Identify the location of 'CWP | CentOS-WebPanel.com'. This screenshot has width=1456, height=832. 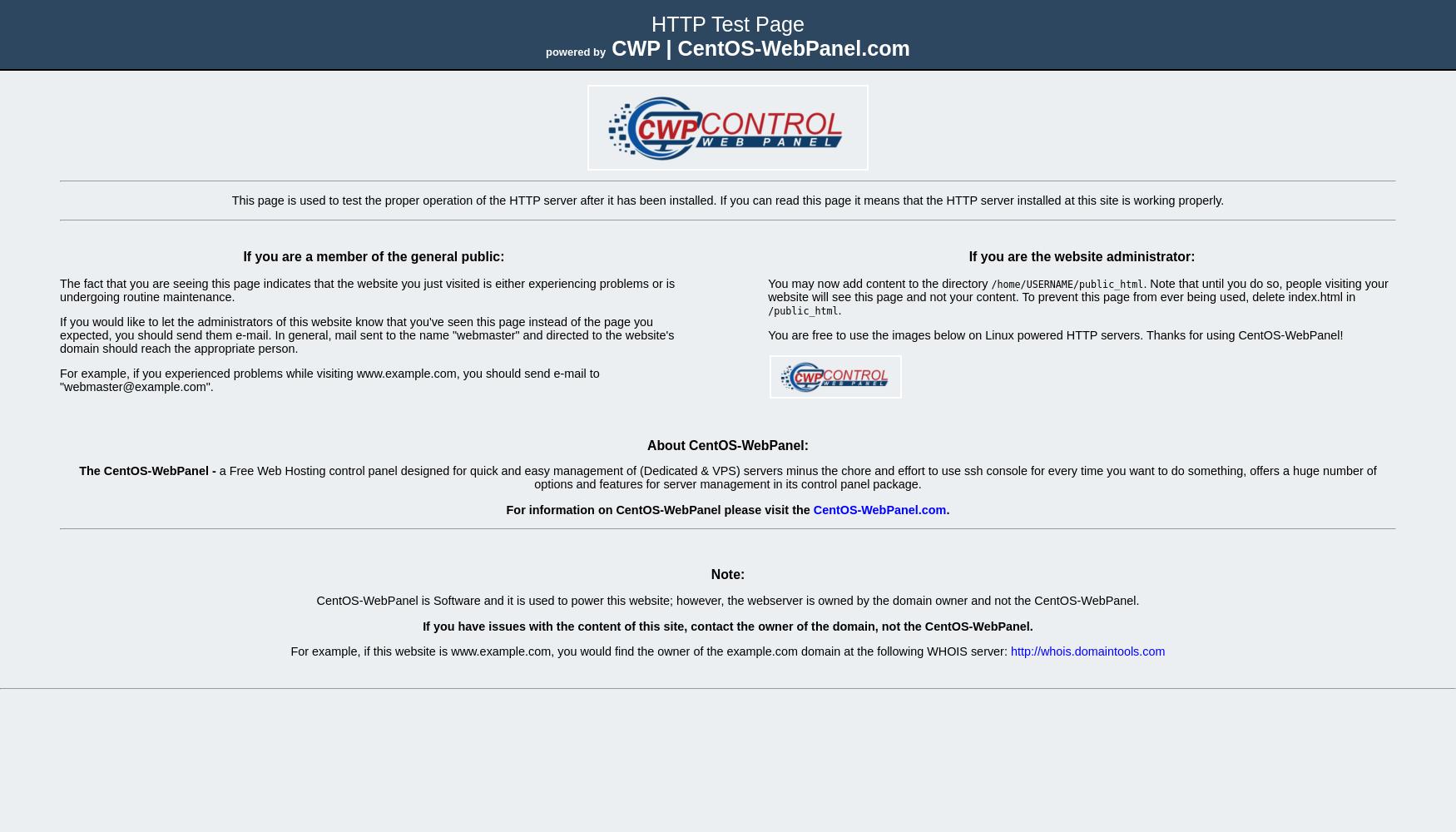
(606, 48).